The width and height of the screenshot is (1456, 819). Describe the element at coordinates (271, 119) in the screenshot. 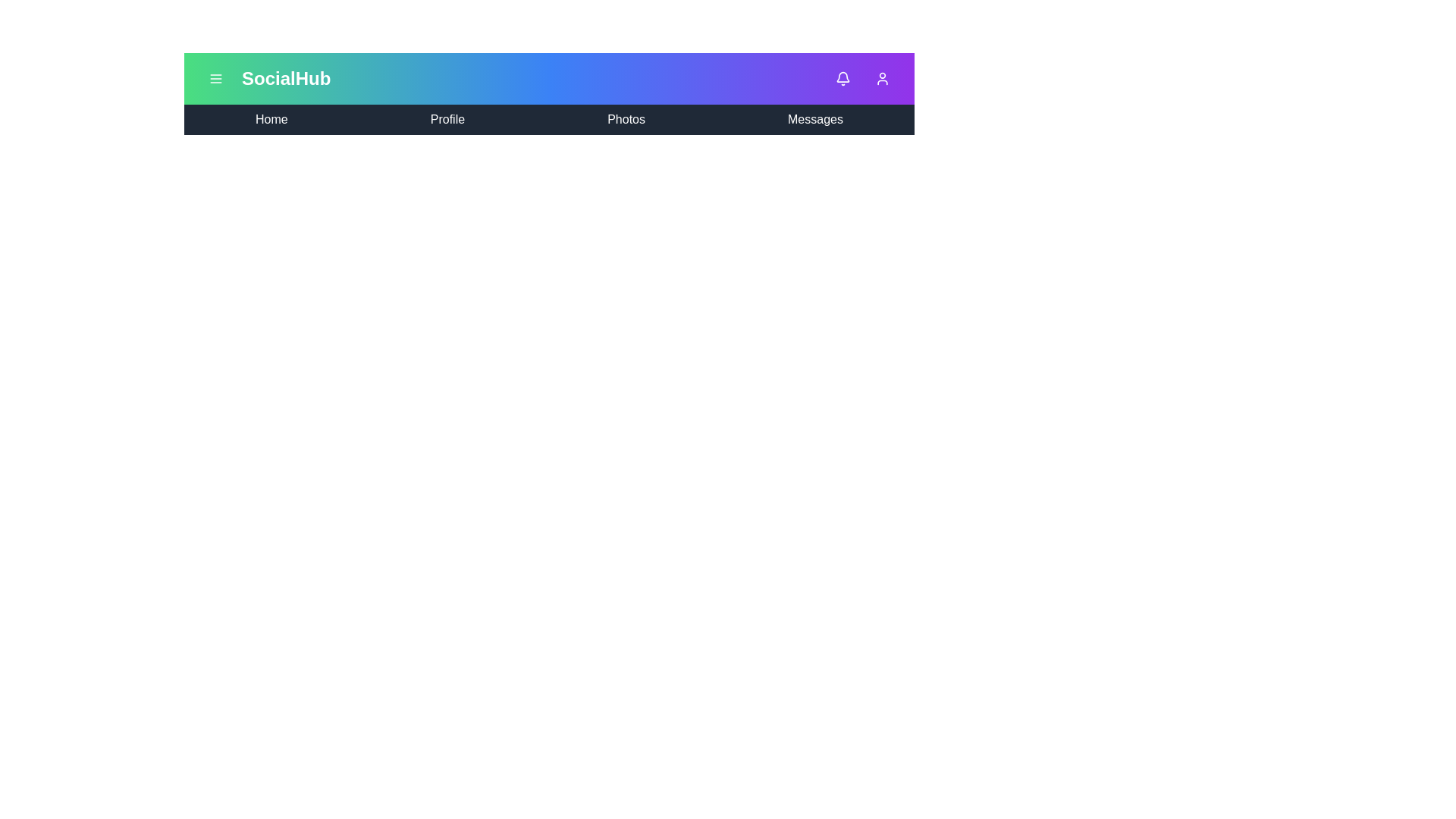

I see `the navigation item Home to navigate to the corresponding section` at that location.